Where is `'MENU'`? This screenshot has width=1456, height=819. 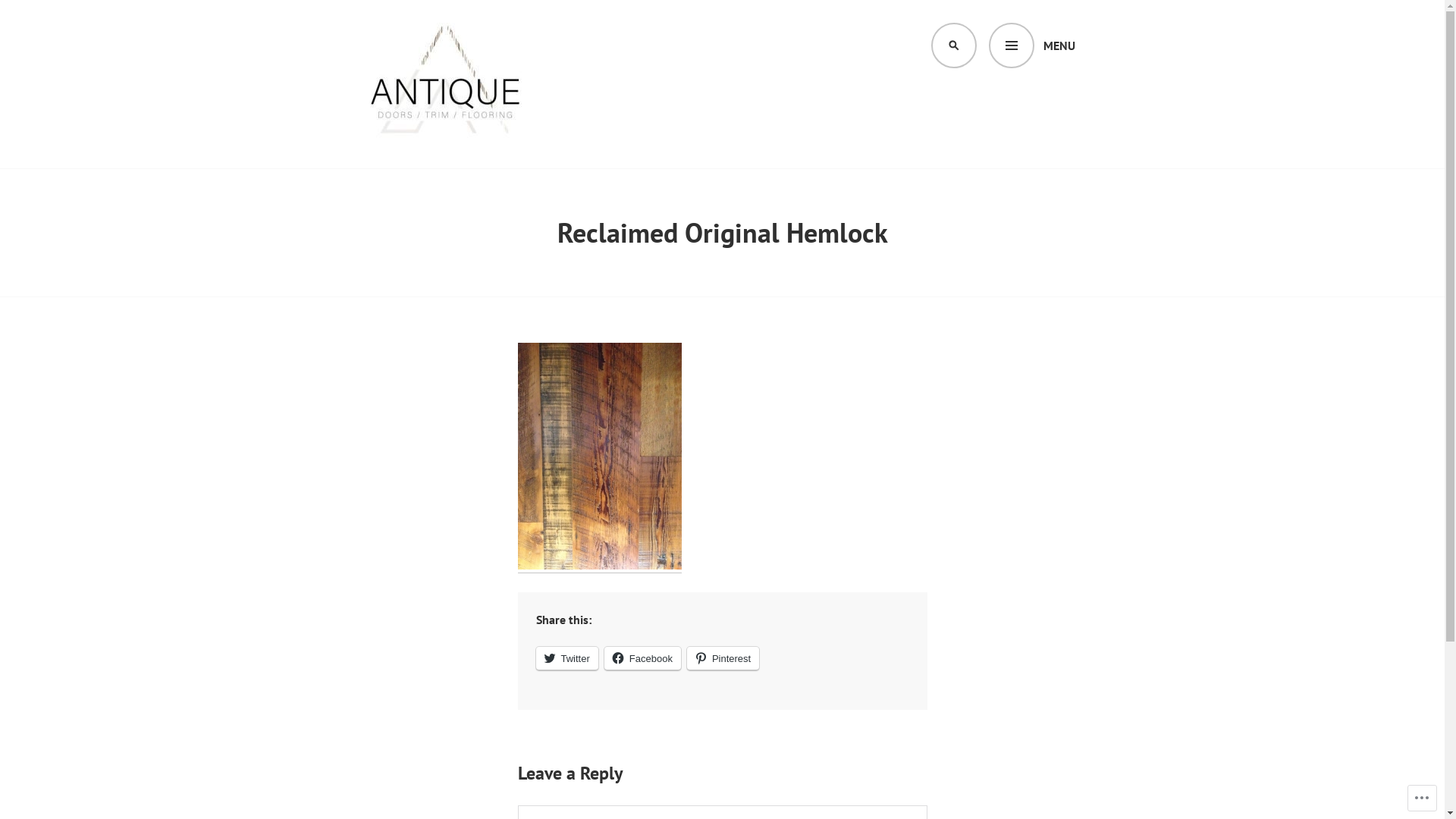
'MENU' is located at coordinates (1031, 45).